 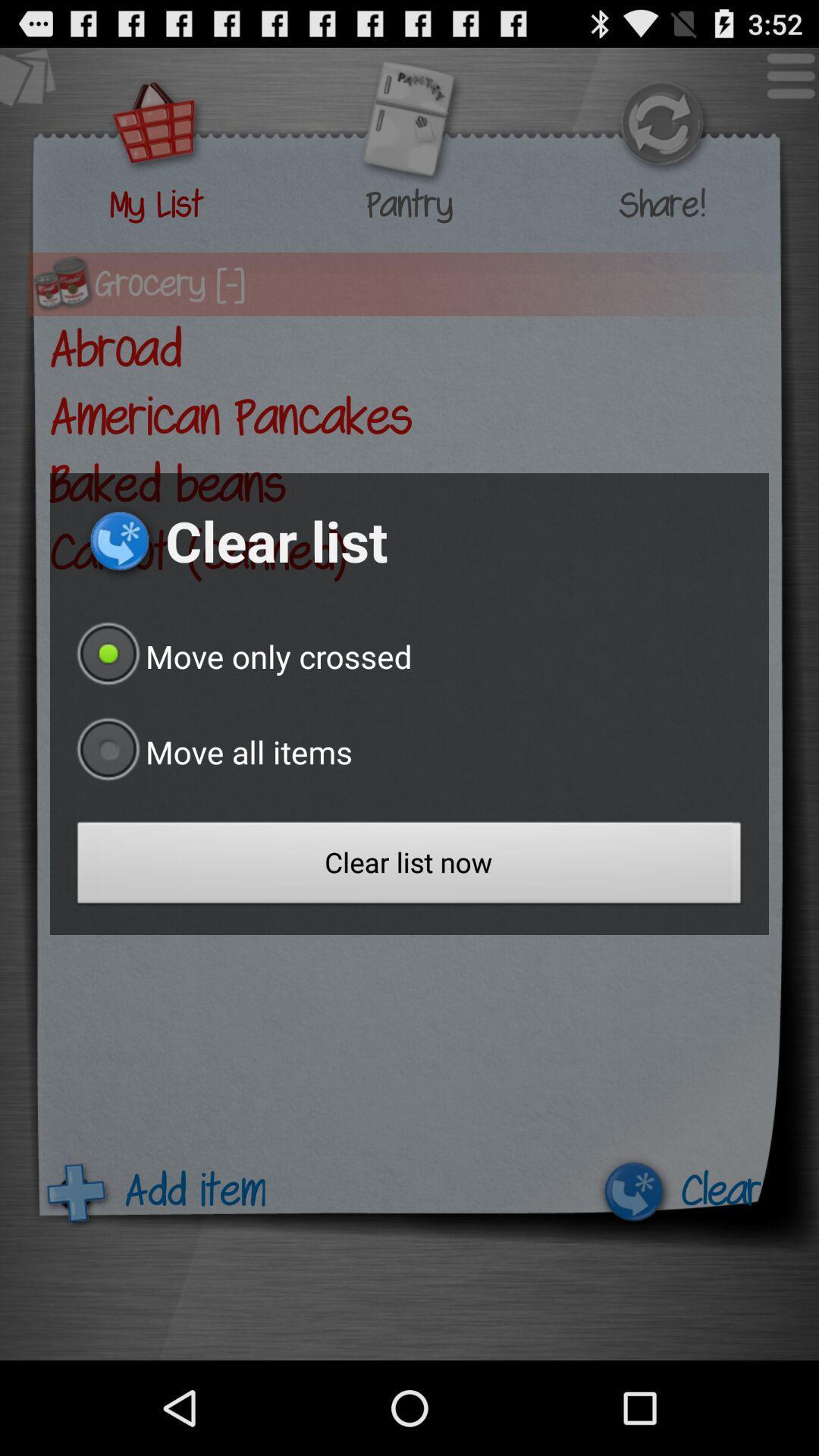 What do you see at coordinates (240, 656) in the screenshot?
I see `item above the move all items item` at bounding box center [240, 656].